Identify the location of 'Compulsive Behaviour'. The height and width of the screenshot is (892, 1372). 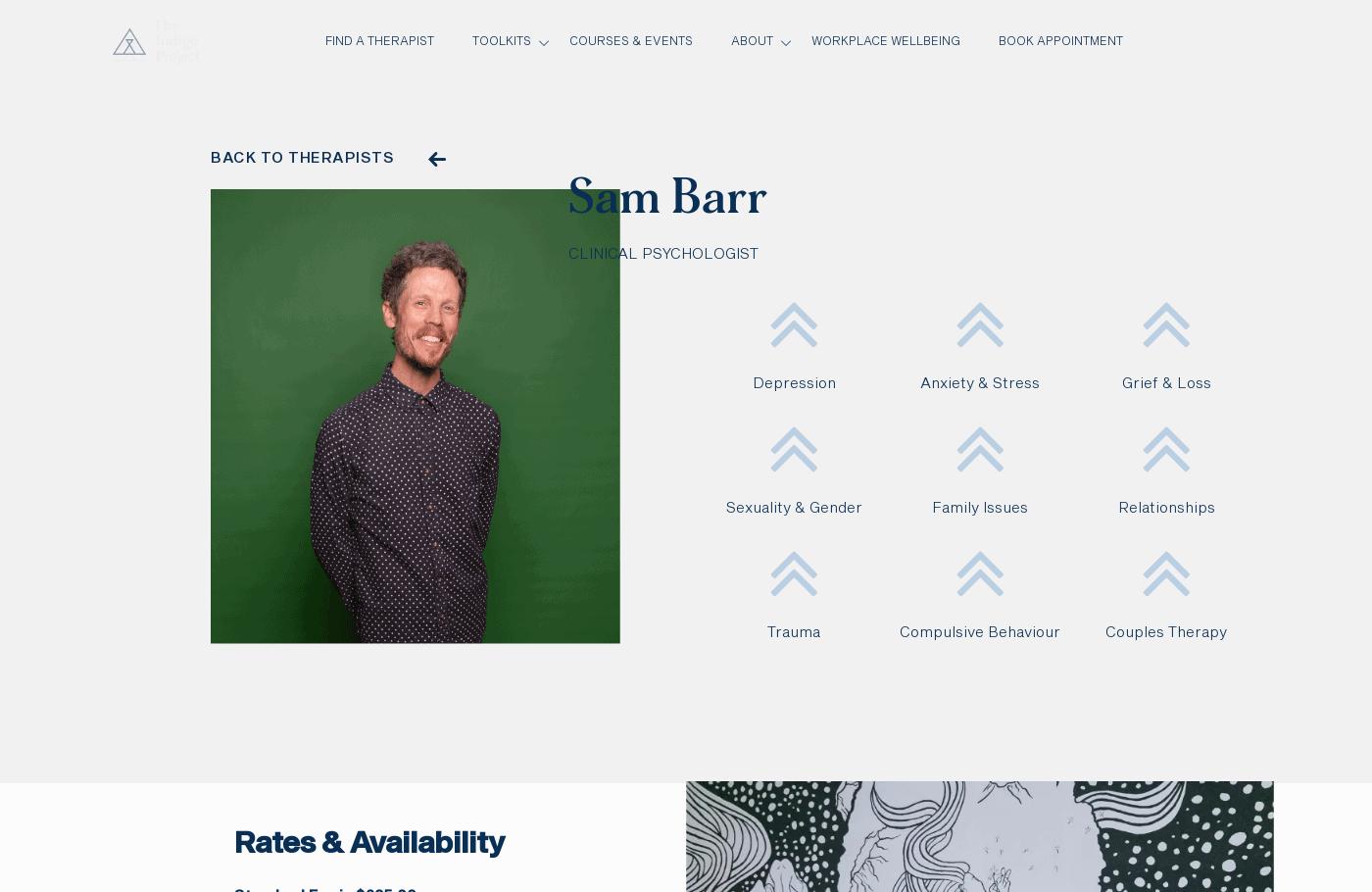
(899, 631).